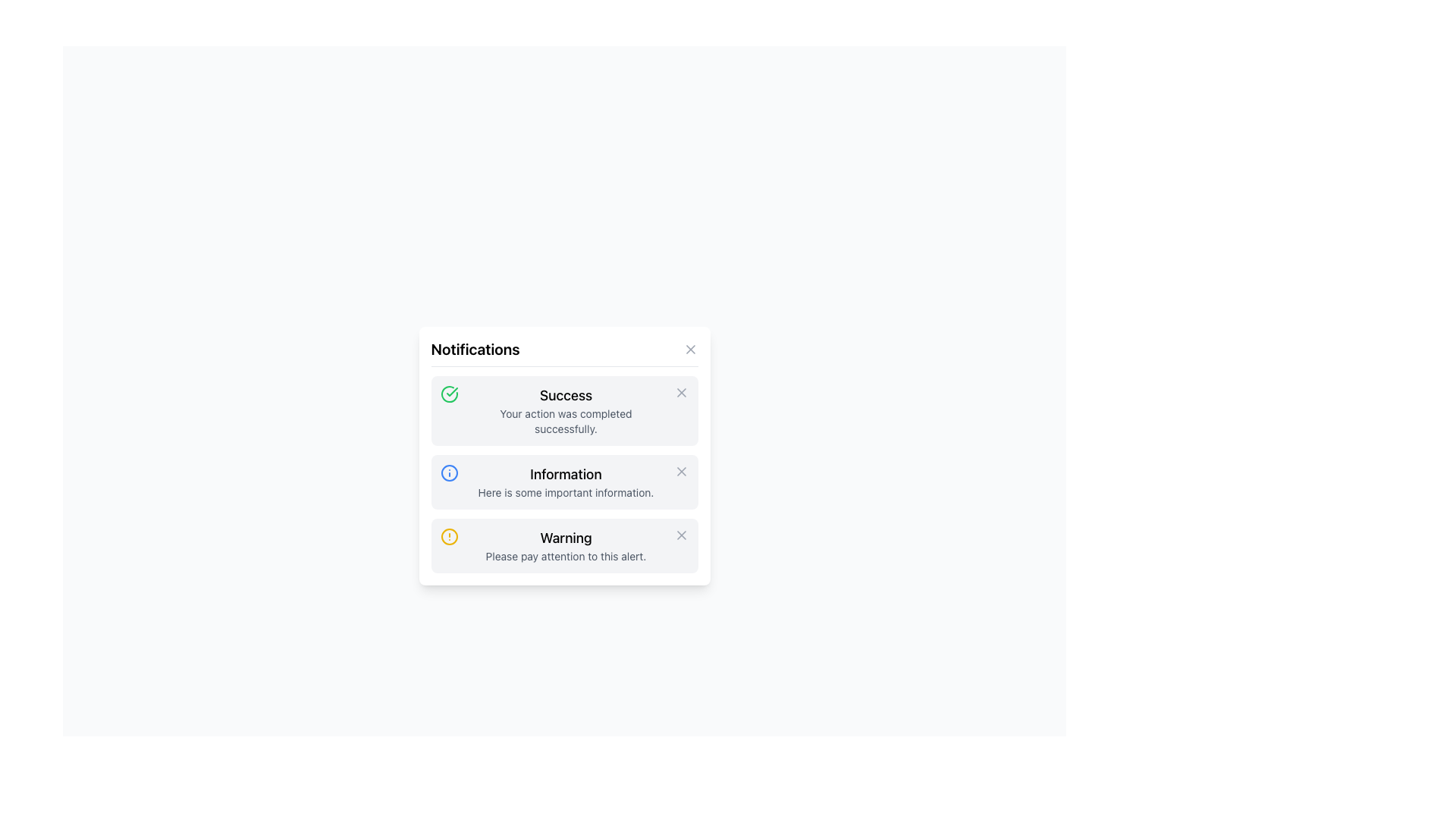  Describe the element at coordinates (680, 470) in the screenshot. I see `the small square-shaped close button with an 'X' icon located in the top-right corner of the 'Information' notification card to trigger the hover effect that changes its color` at that location.